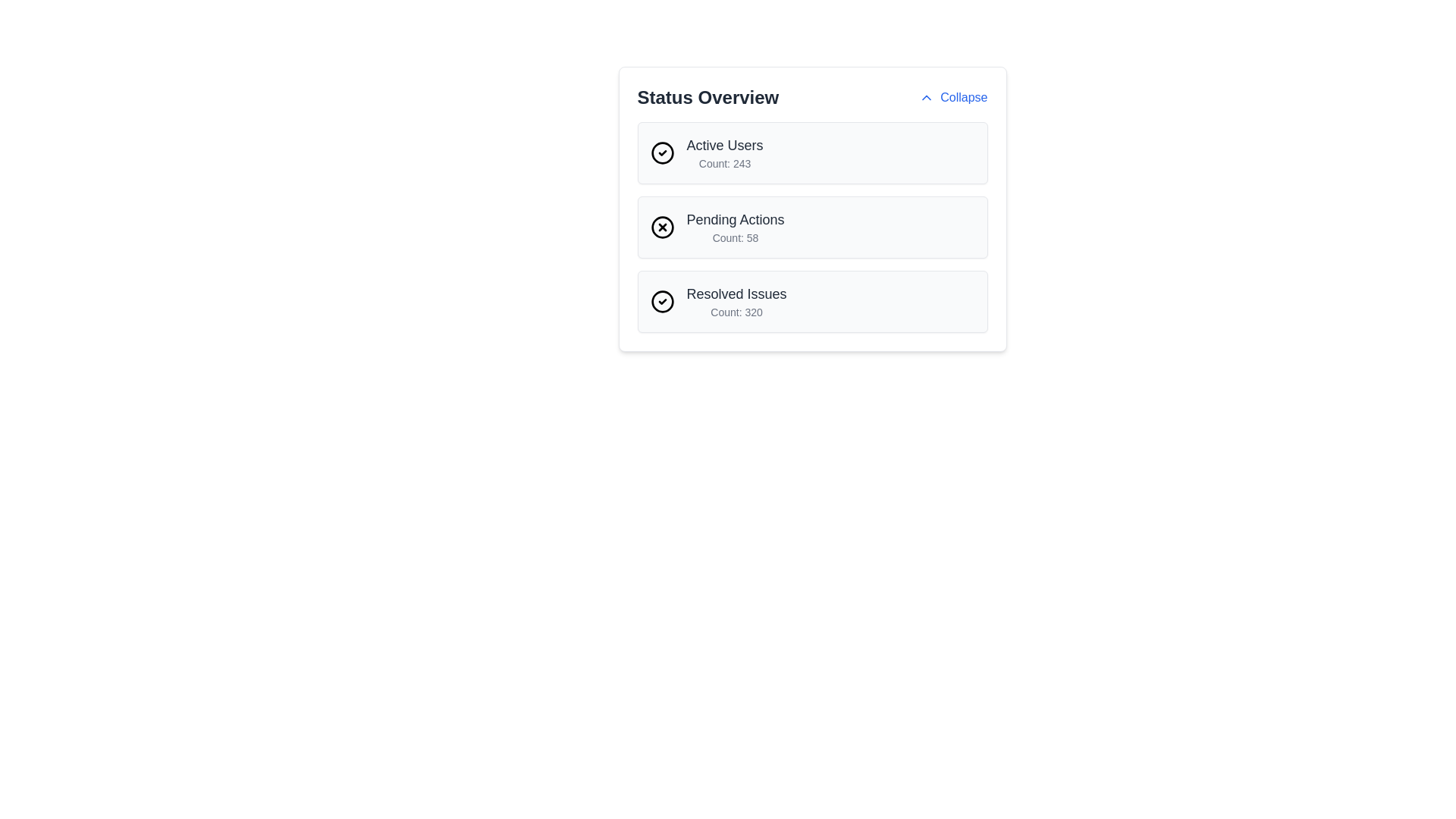 This screenshot has height=819, width=1456. What do you see at coordinates (811, 227) in the screenshot?
I see `additional details of the 'Pending Actions' informational card, which features a light gray background, dark gray text stating 'Pending Actions', and a count of '58' in lighter gray text` at bounding box center [811, 227].